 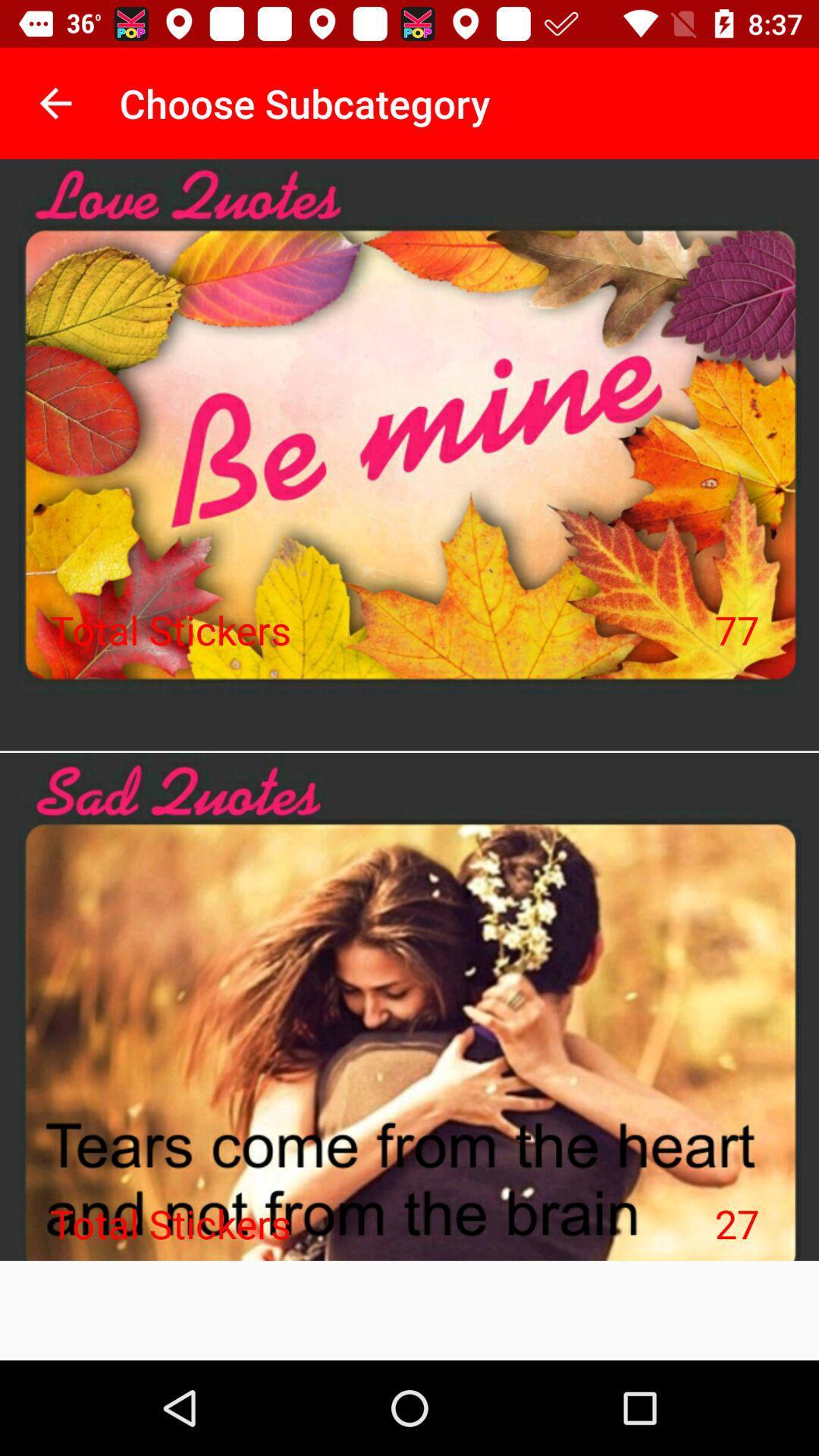 What do you see at coordinates (736, 629) in the screenshot?
I see `icon to the right of total stickers icon` at bounding box center [736, 629].